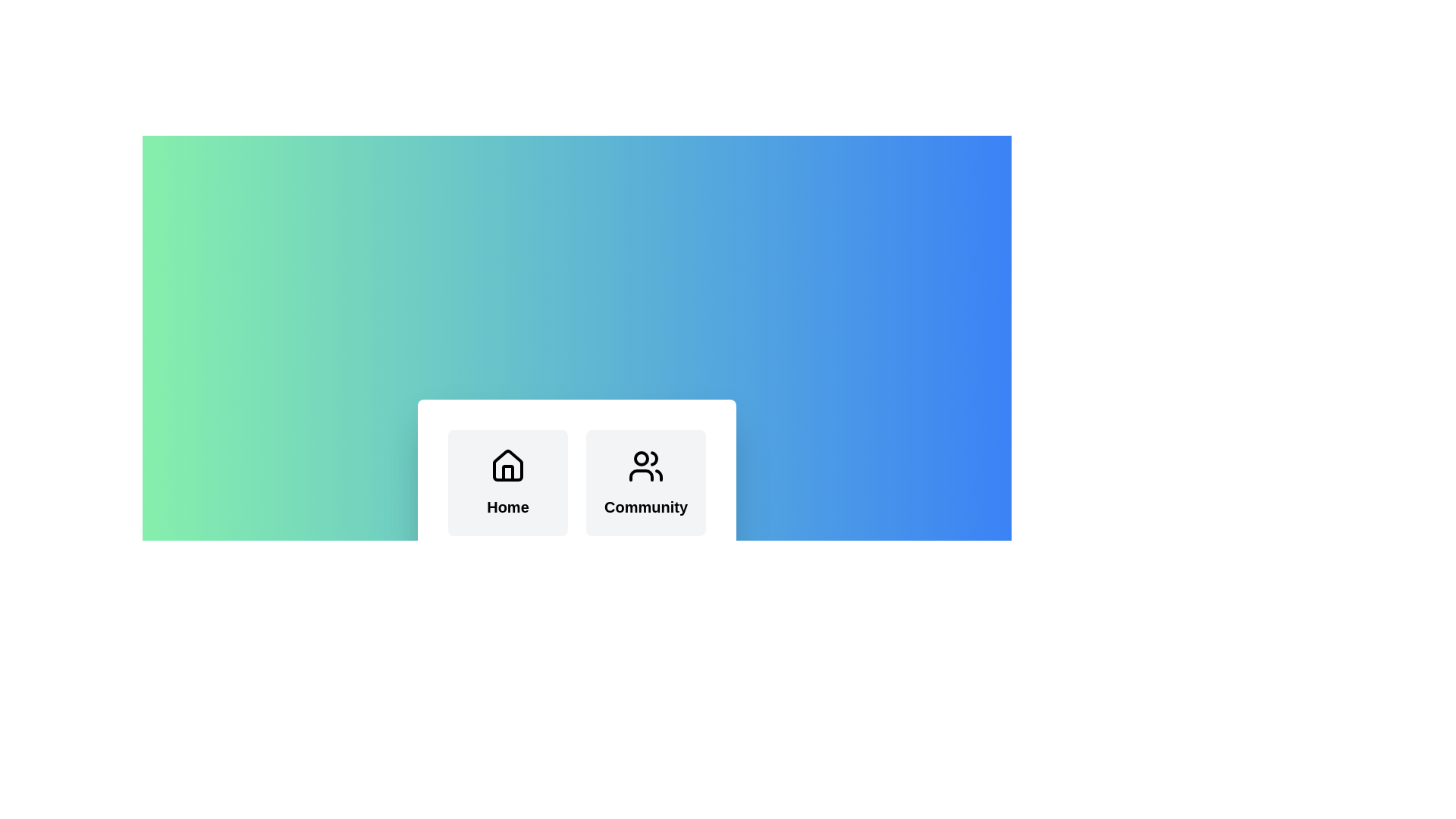 Image resolution: width=1456 pixels, height=819 pixels. What do you see at coordinates (645, 482) in the screenshot?
I see `the community navigation button, which is the second item from the left in a 2-column grid layout` at bounding box center [645, 482].